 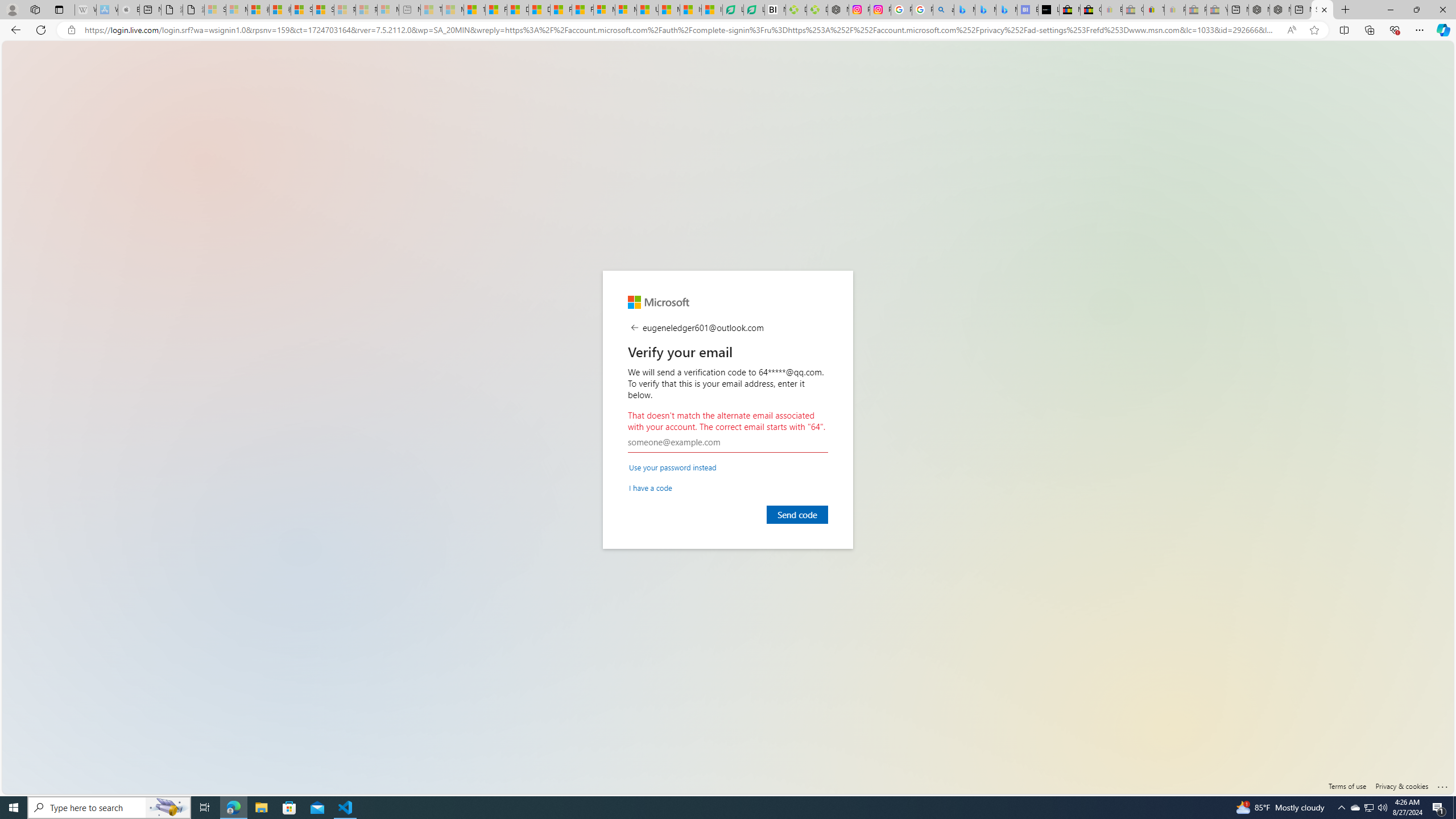 What do you see at coordinates (215, 9) in the screenshot?
I see `'Sign in to your Microsoft account - Sleeping'` at bounding box center [215, 9].